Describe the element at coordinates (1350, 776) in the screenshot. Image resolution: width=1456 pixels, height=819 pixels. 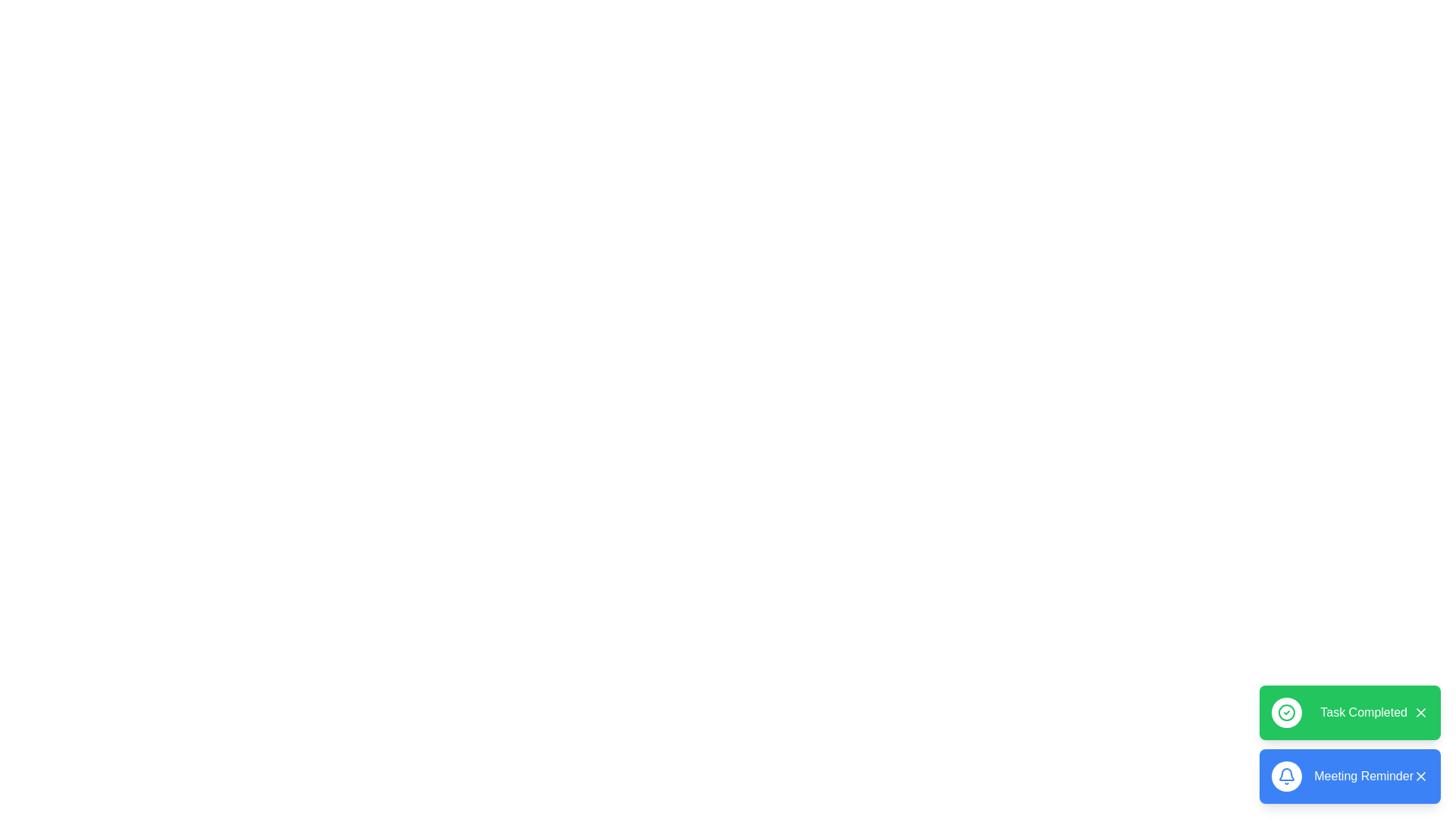
I see `the snackbar with the message 'Meeting Reminder'` at that location.